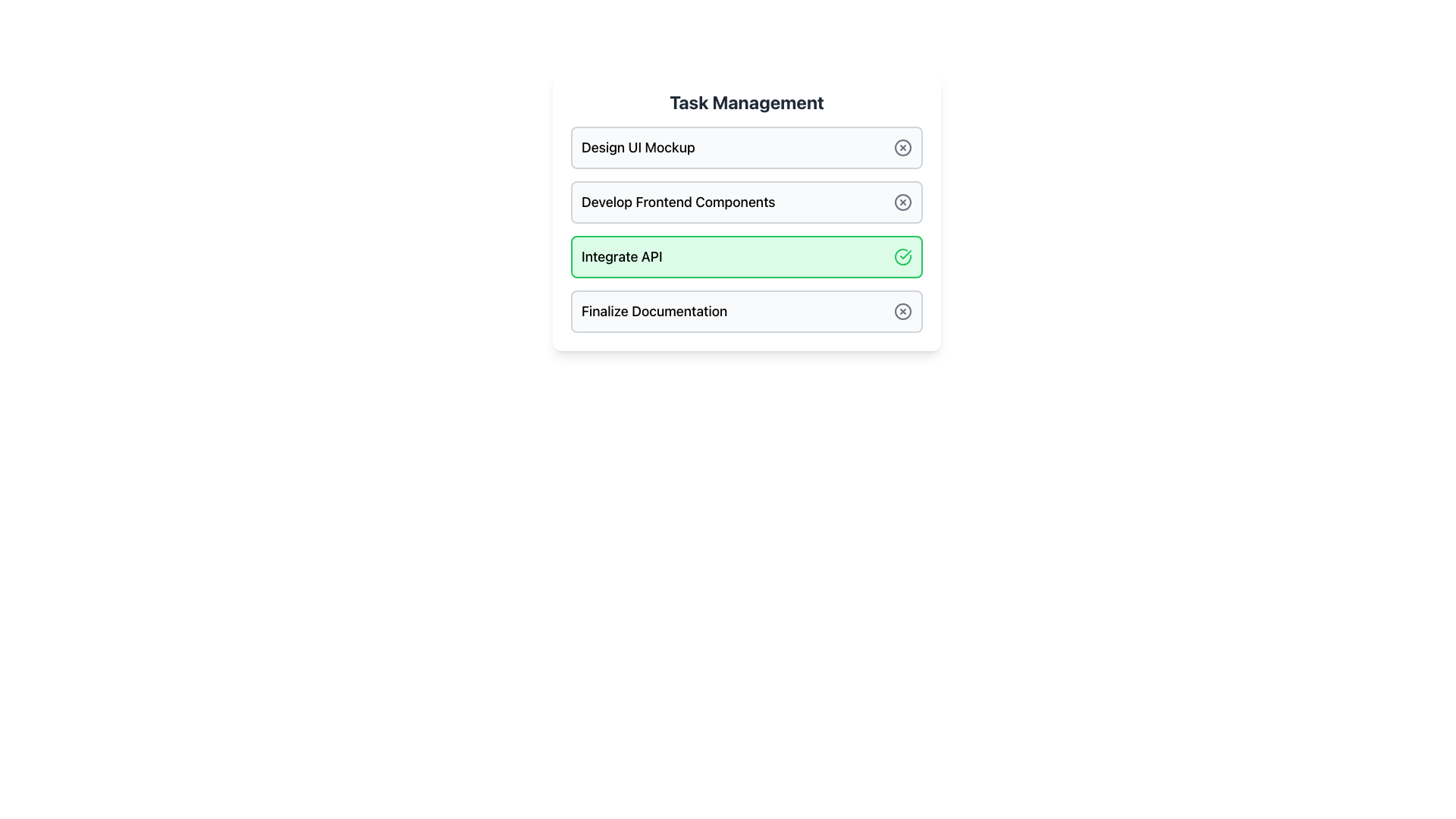 The image size is (1456, 819). Describe the element at coordinates (902, 148) in the screenshot. I see `the close icon button, which is a circle with a cross inside` at that location.